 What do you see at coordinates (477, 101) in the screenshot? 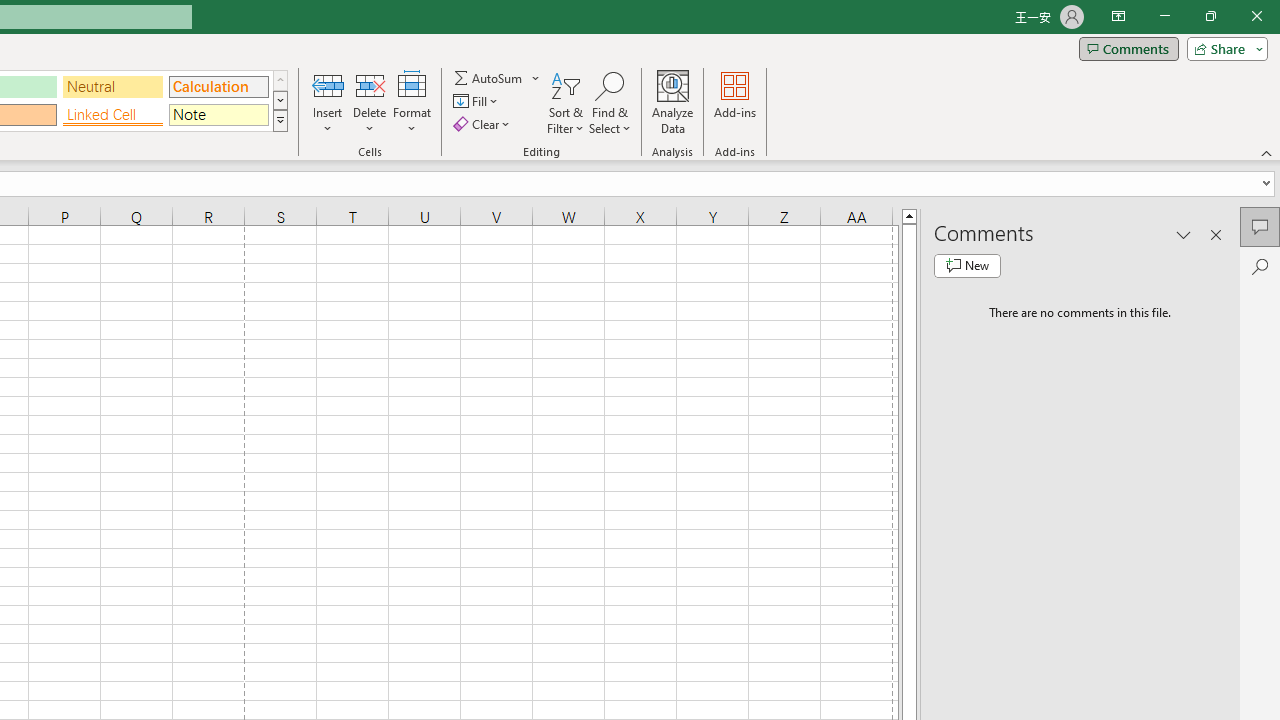
I see `'Fill'` at bounding box center [477, 101].